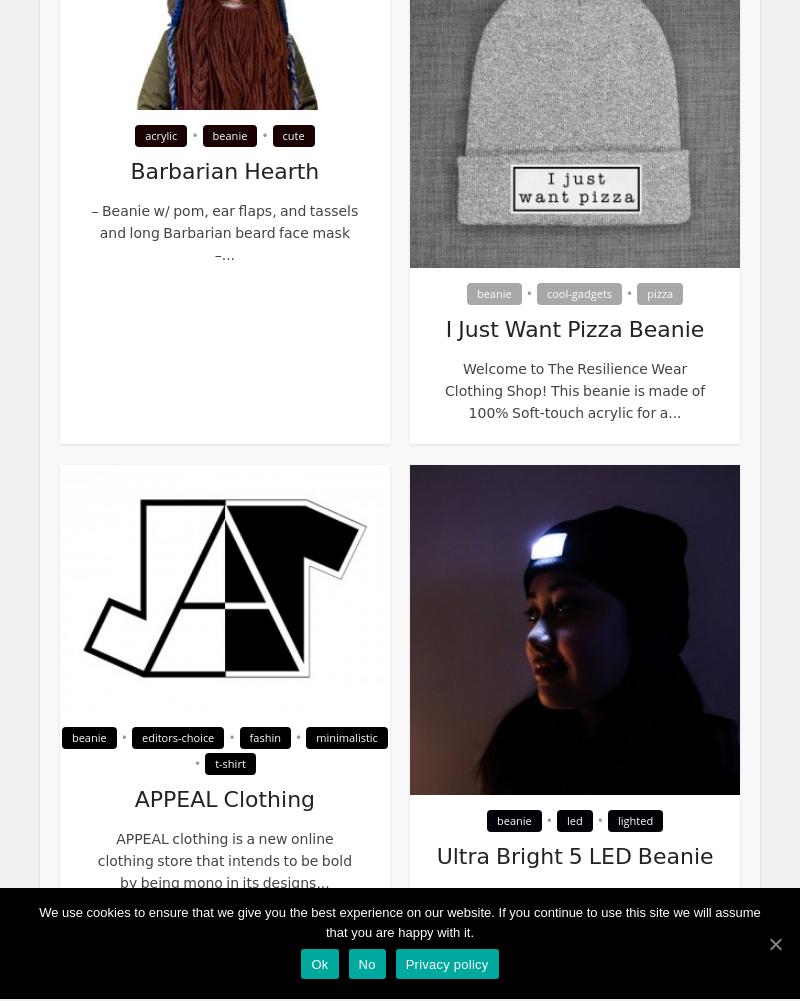 This screenshot has width=800, height=1001. I want to click on 'APPEAL clothing is a new online clothing store that intends to be bold by being mono in its designs...', so click(96, 860).